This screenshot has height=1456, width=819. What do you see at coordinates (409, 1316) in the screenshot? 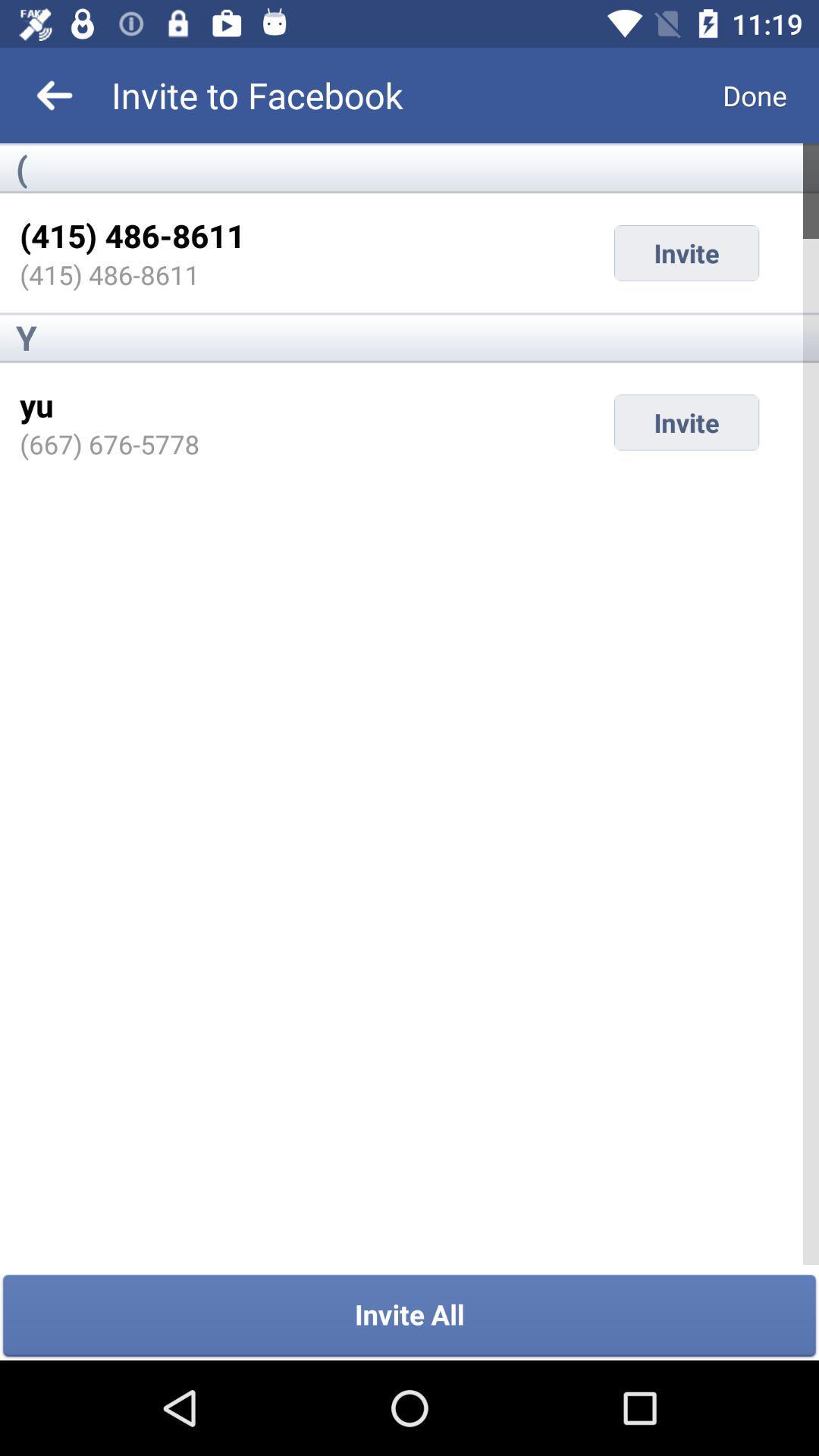
I see `icon below the (667) 676-5778 icon` at bounding box center [409, 1316].